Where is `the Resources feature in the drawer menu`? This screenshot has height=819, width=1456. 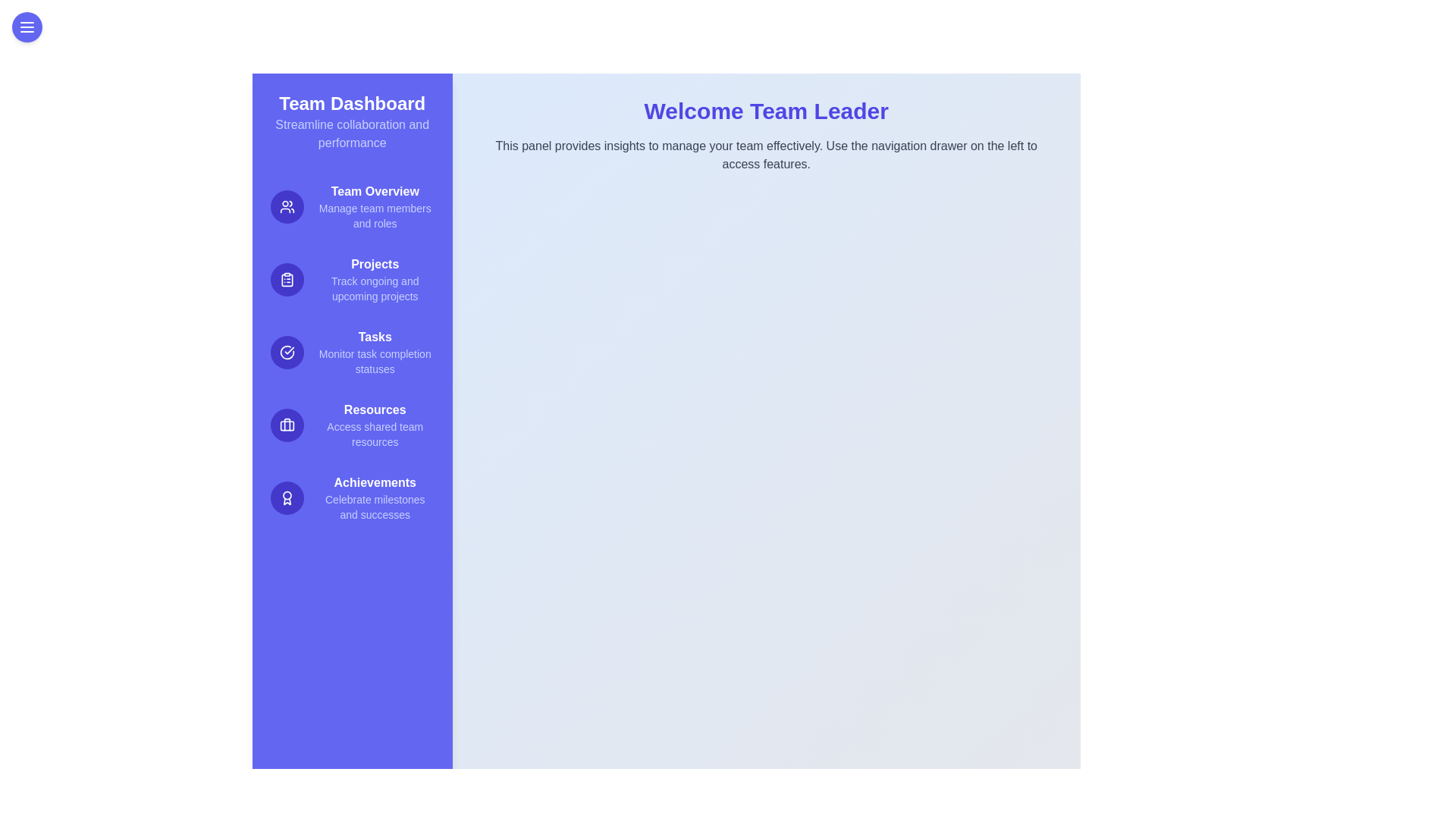
the Resources feature in the drawer menu is located at coordinates (351, 425).